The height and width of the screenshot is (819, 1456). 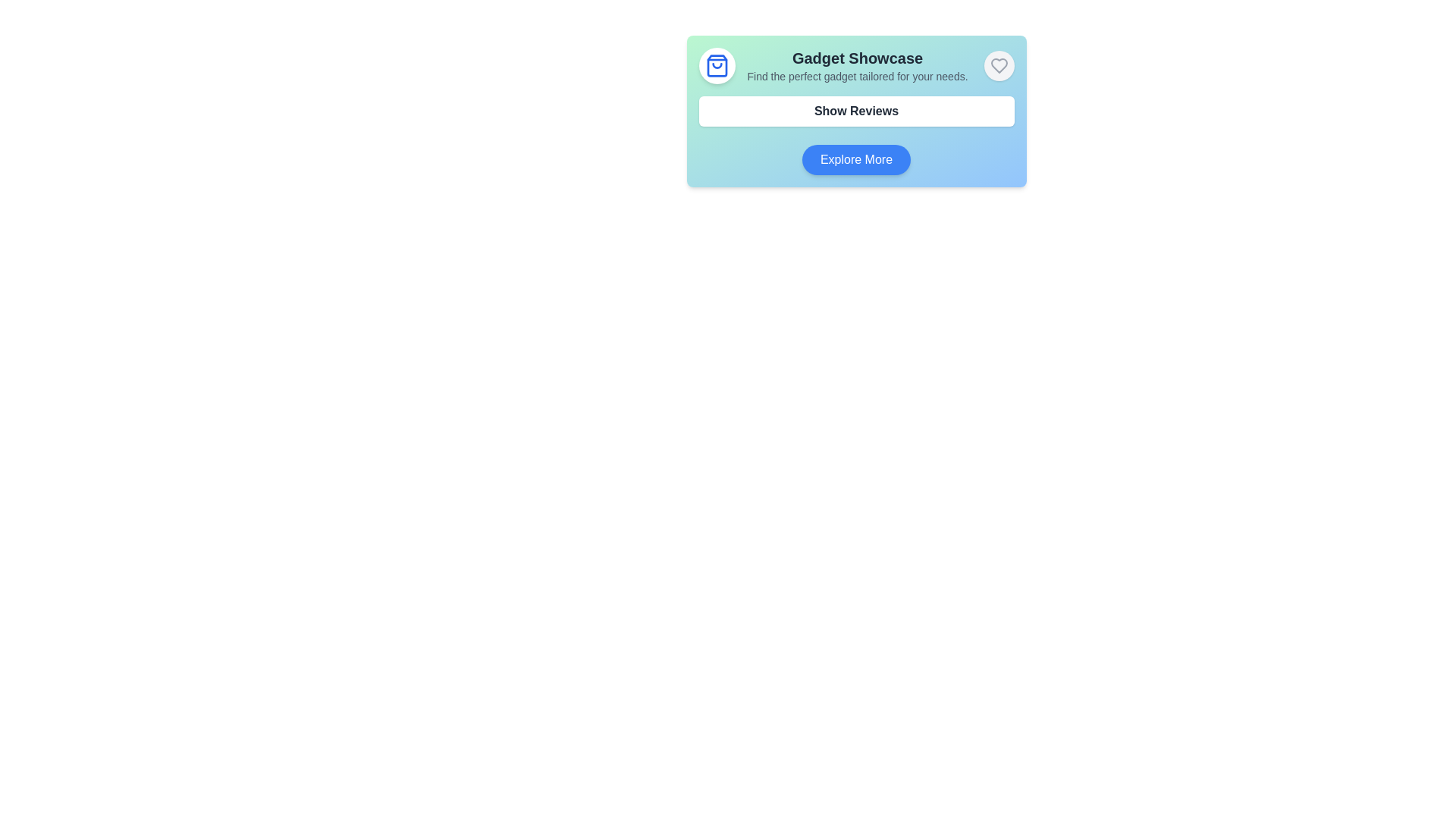 I want to click on the 'Gadget Showcase' heading element, so click(x=858, y=58).